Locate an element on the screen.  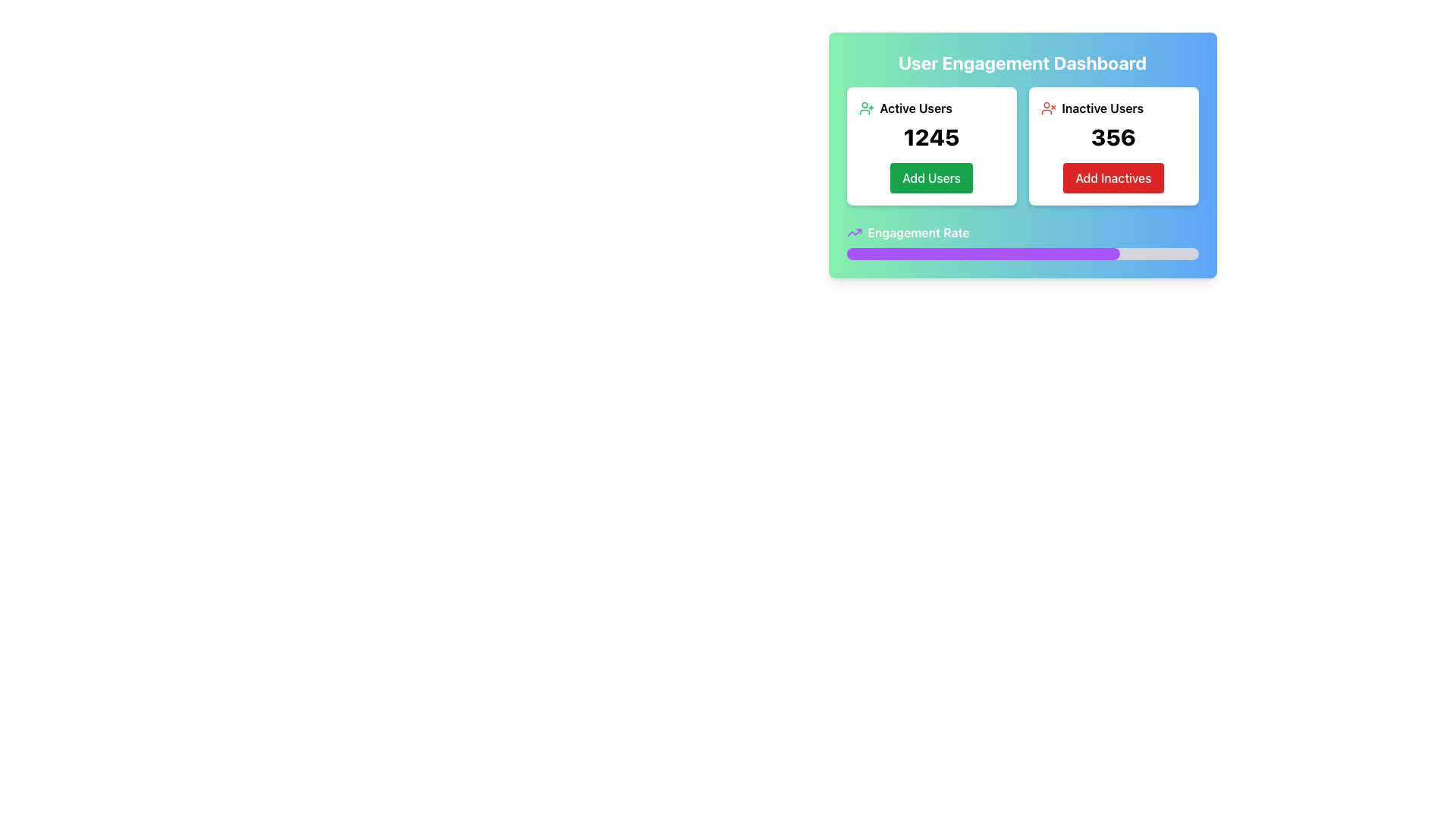
the Progress Bar Segment that visually indicates progress or completion percentage within the user engagement dashboard is located at coordinates (983, 253).